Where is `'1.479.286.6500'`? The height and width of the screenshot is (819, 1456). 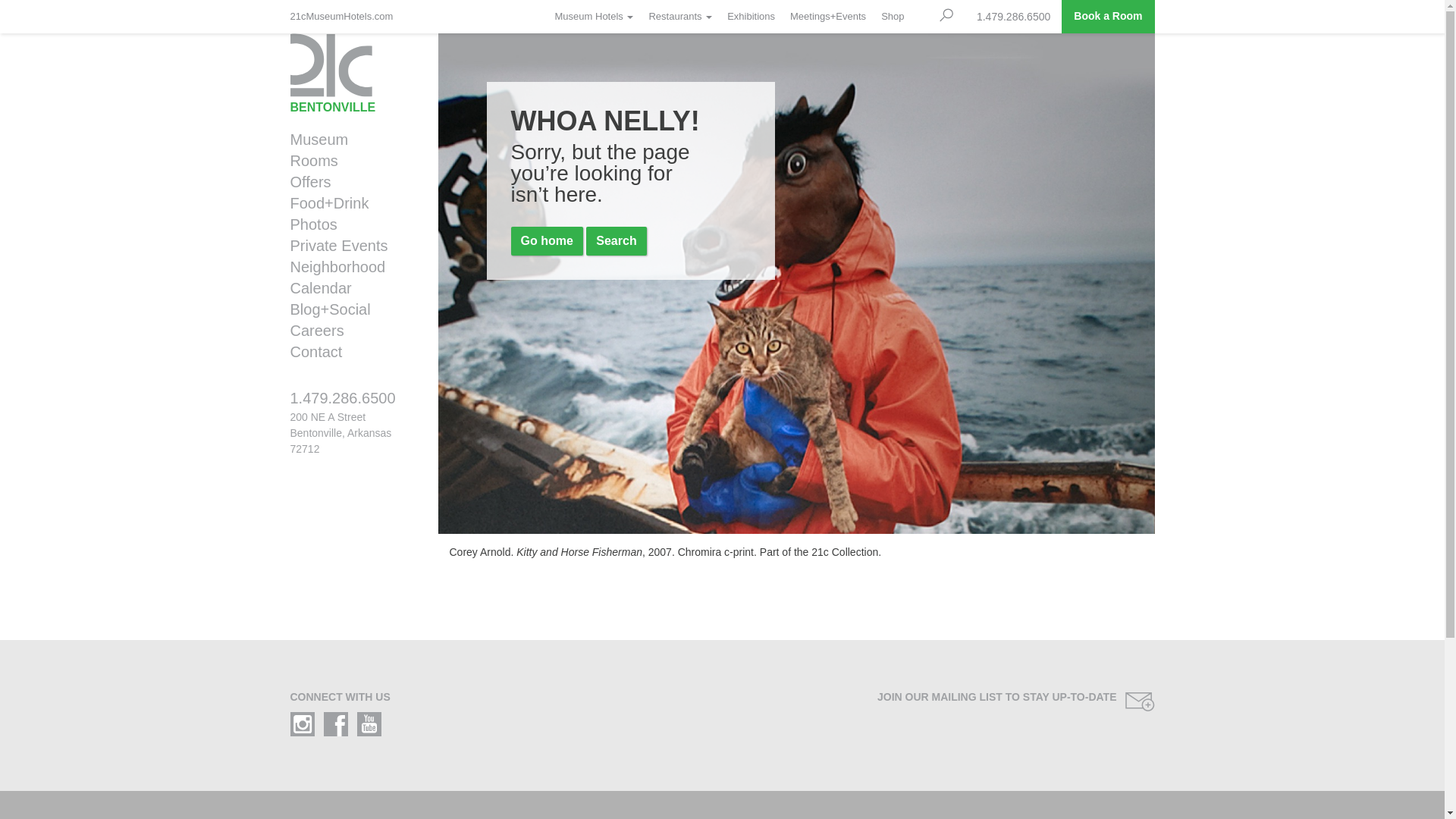 '1.479.286.6500' is located at coordinates (351, 403).